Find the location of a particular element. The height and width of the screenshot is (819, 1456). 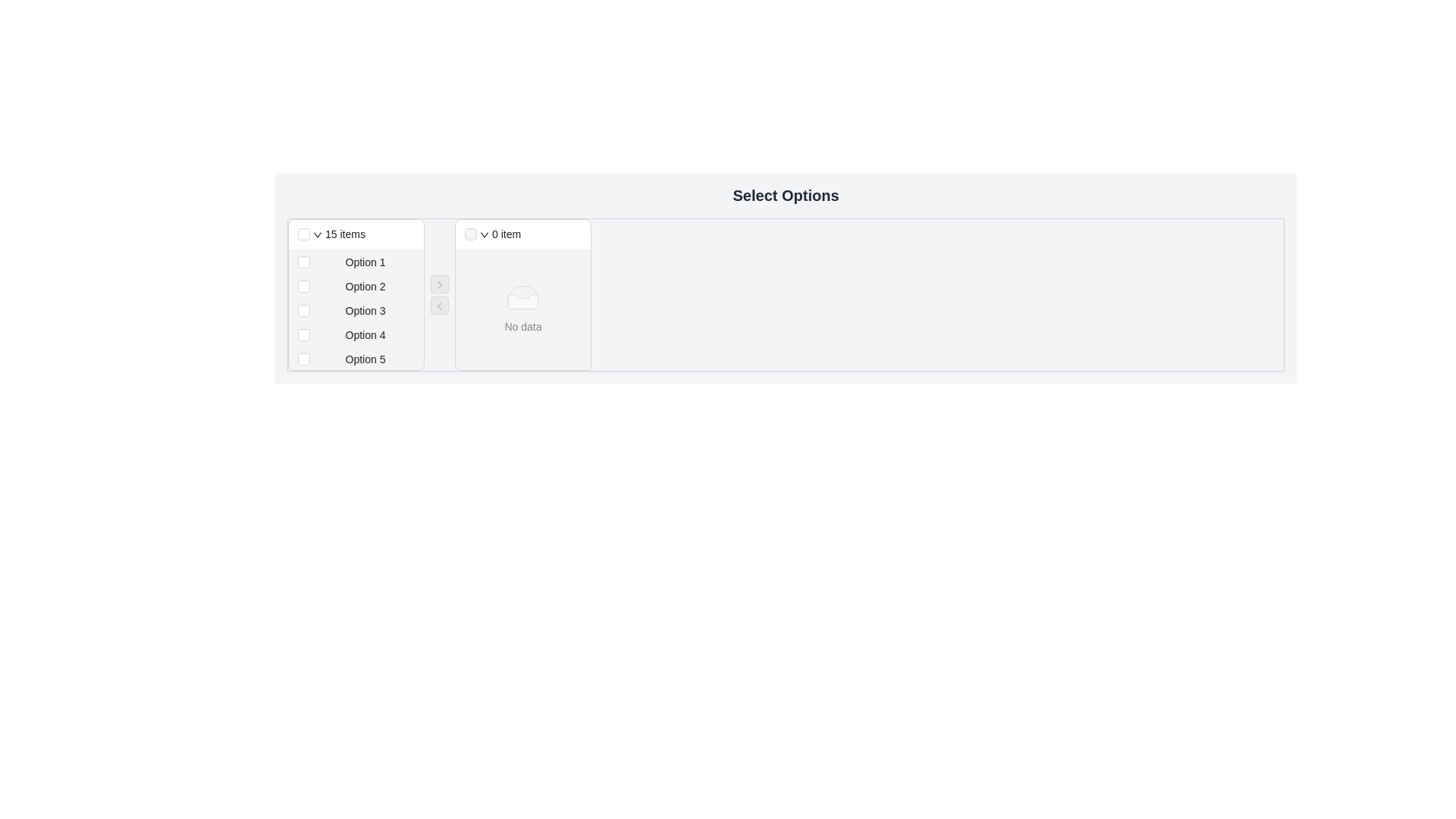

the checkbox associated with 'Option 5' is located at coordinates (356, 359).